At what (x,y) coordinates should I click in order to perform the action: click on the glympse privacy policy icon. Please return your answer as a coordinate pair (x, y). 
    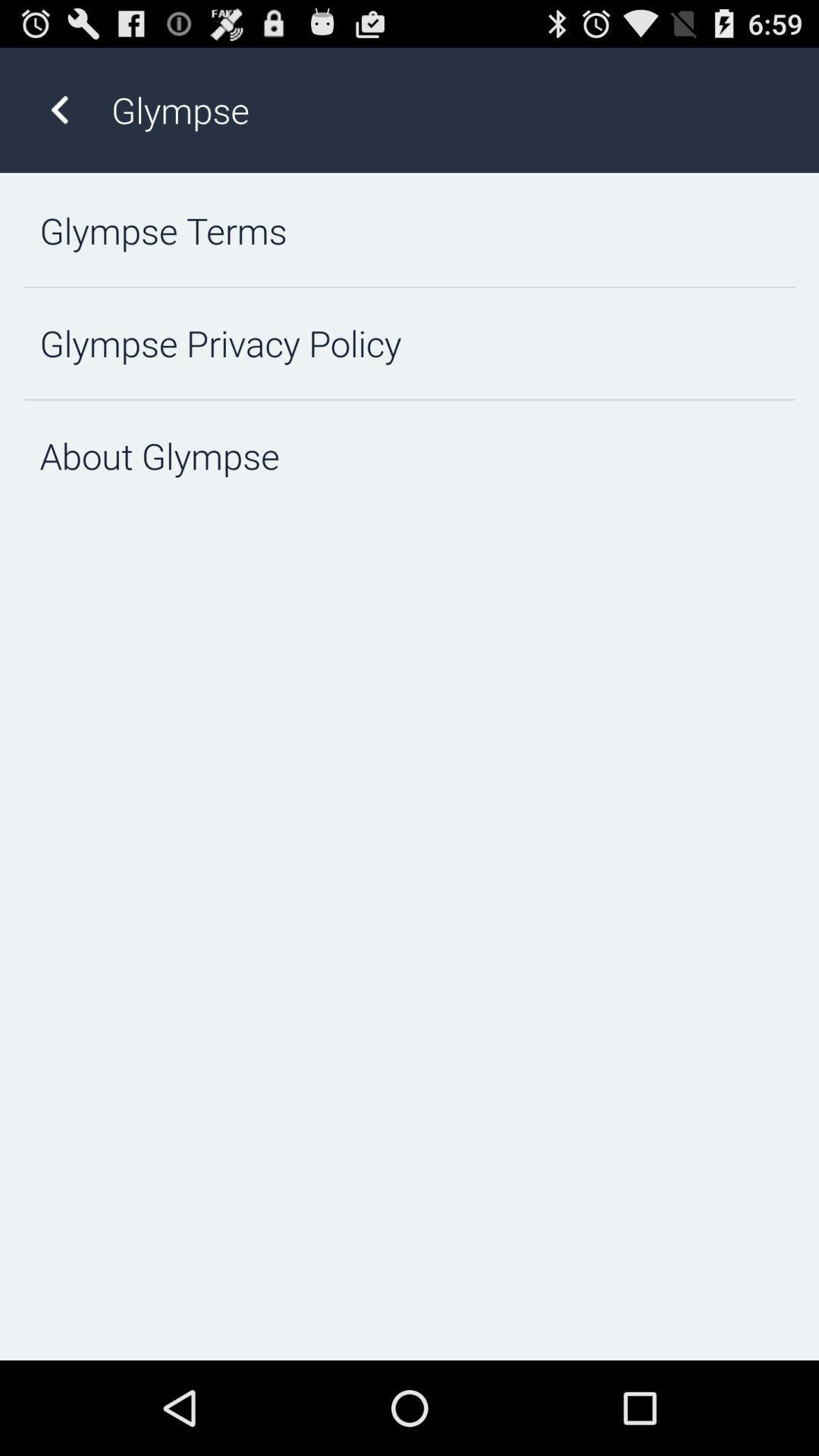
    Looking at the image, I should click on (409, 342).